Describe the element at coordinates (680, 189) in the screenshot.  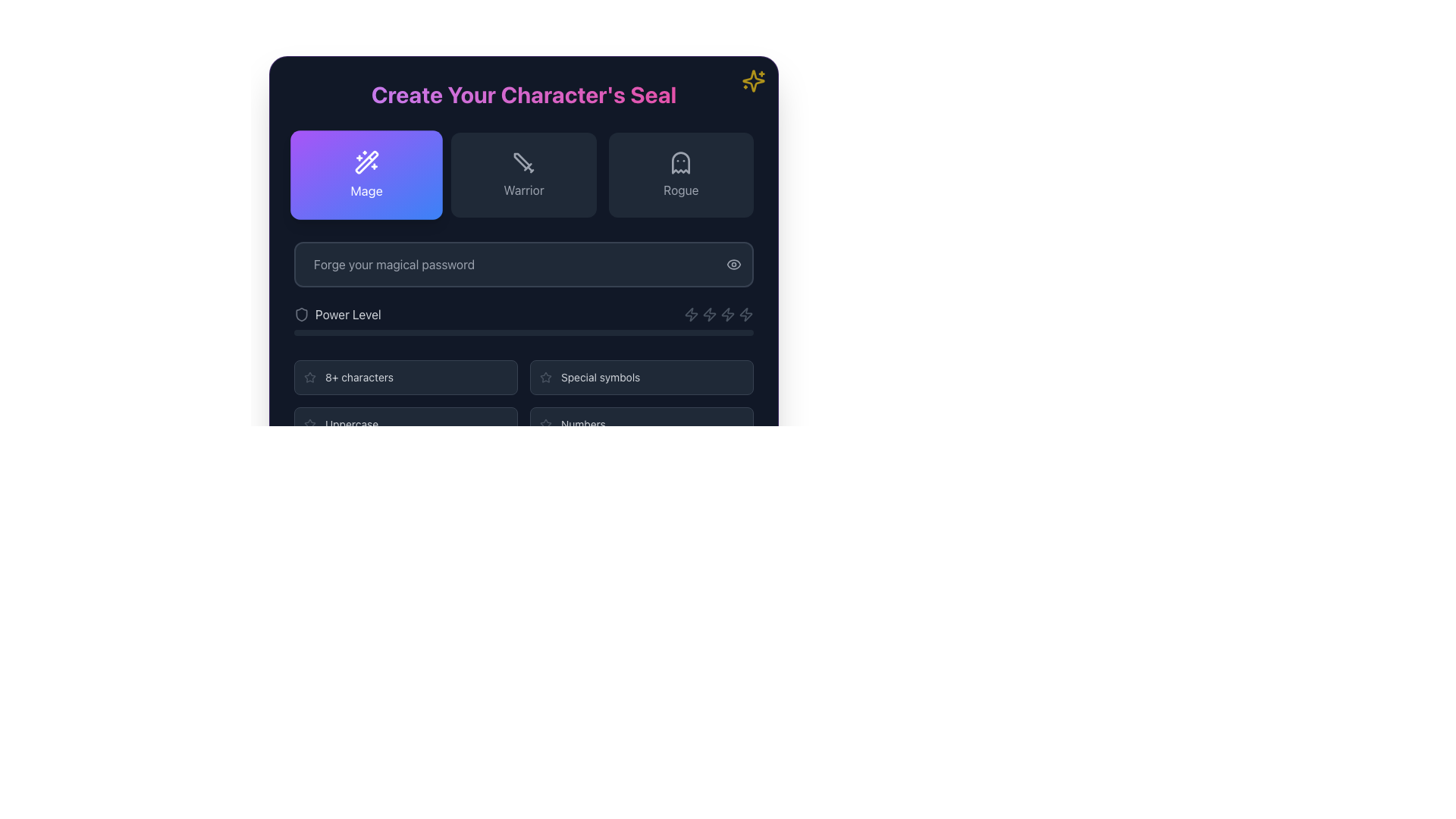
I see `the 'Rogue' label located in the third selectable card beneath the ghost icon` at that location.